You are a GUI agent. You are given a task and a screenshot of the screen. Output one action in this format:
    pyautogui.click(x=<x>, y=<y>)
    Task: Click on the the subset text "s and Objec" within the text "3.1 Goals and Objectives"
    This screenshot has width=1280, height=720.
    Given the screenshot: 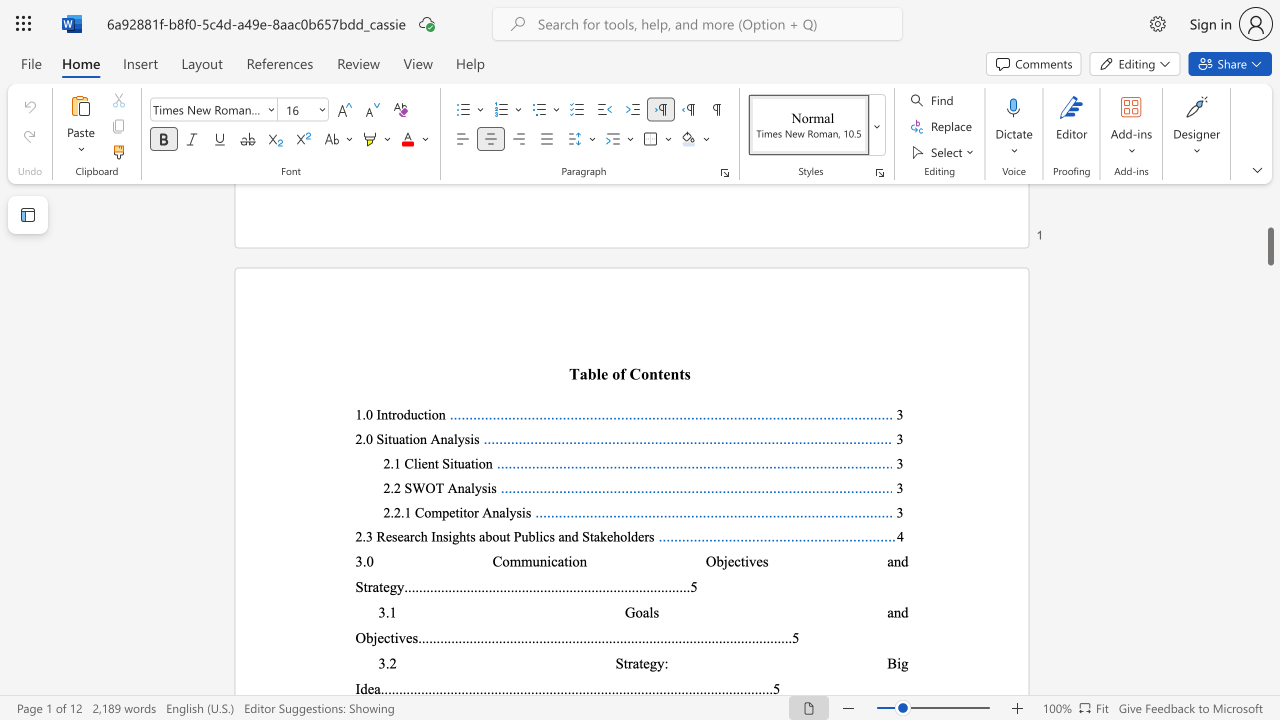 What is the action you would take?
    pyautogui.click(x=653, y=611)
    